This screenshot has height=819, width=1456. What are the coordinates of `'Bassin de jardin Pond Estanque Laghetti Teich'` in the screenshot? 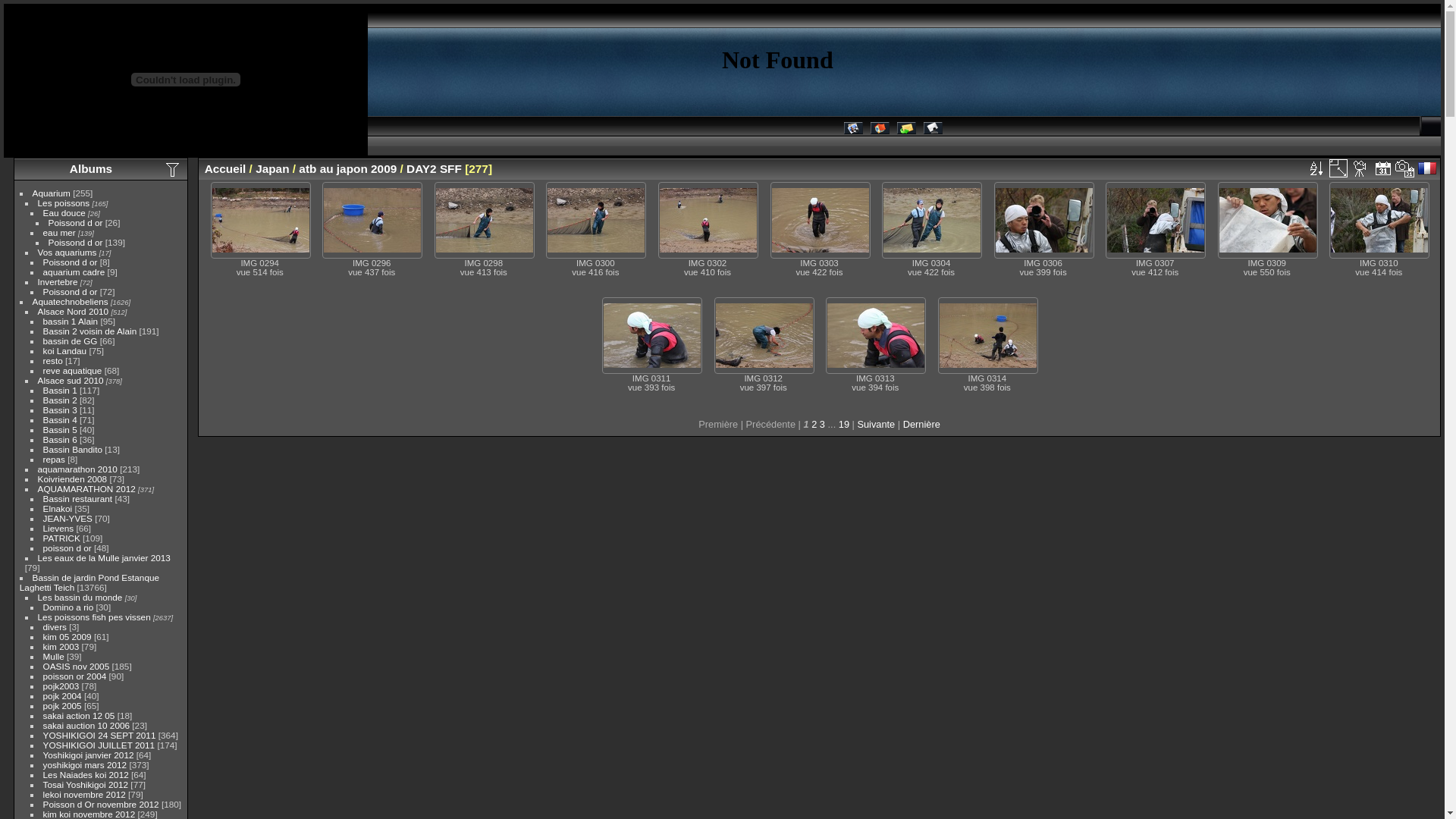 It's located at (89, 581).